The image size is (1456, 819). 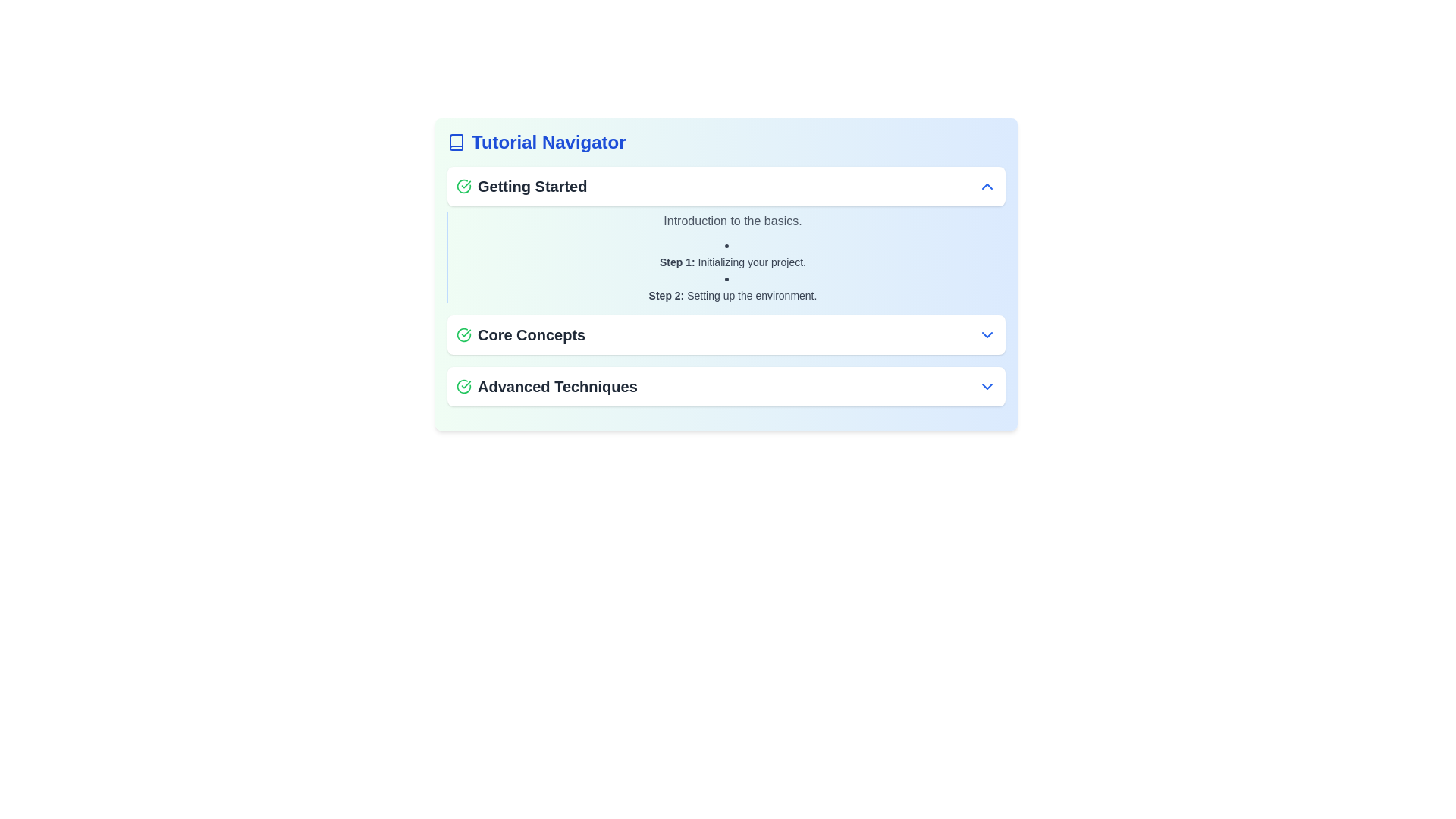 What do you see at coordinates (733, 295) in the screenshot?
I see `the text element that describes the second step in the tutorial sequence, located in the 'Getting Started' section, between 'Step 1: Initializing your project.' and 'Core Concepts.'` at bounding box center [733, 295].